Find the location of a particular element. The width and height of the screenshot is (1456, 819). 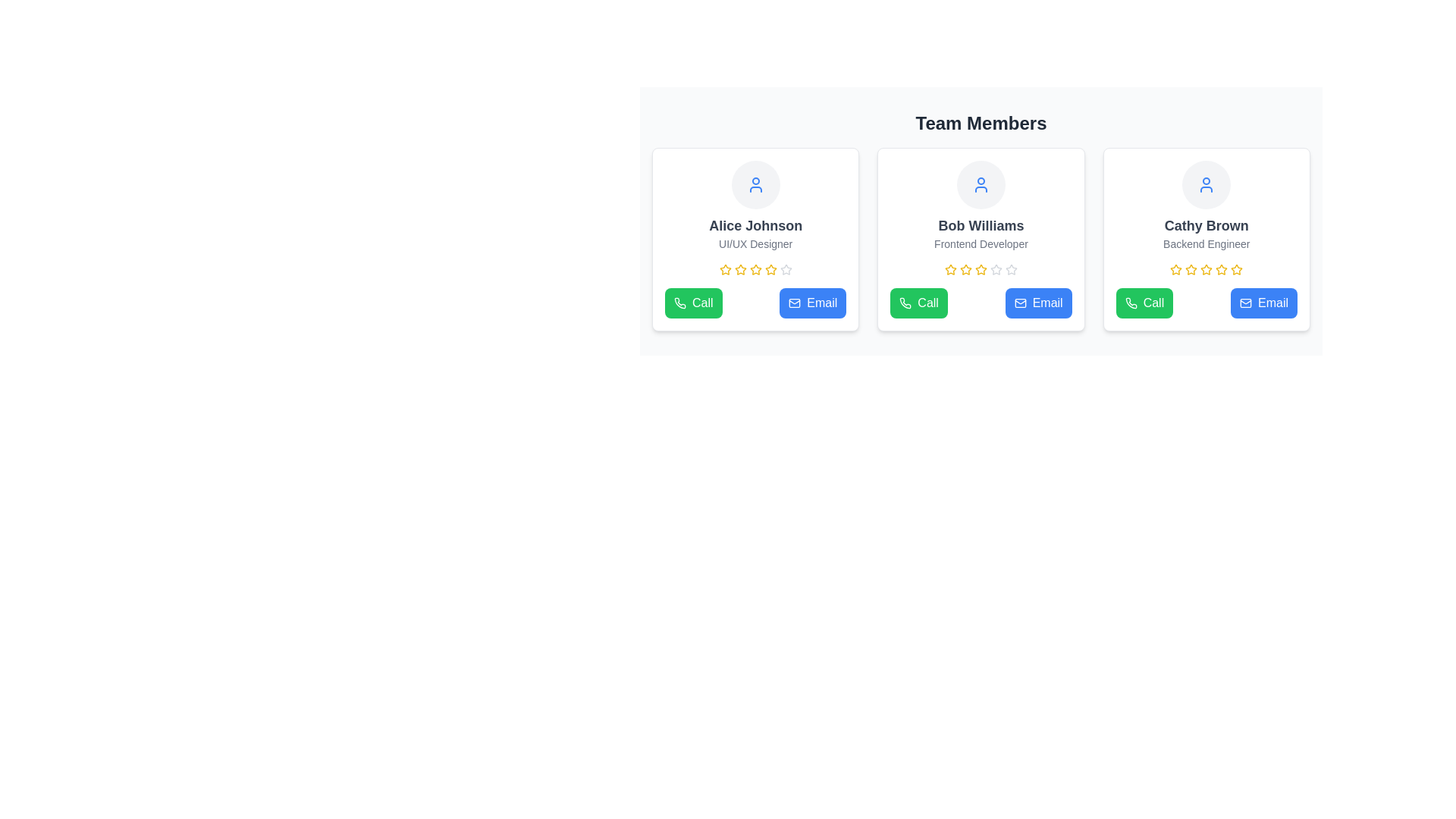

the text label 'Cathy Brown' which identifies the individual in the profile information, positioned below the circular avatar icon and above the label 'Backend Engineer' is located at coordinates (1206, 225).